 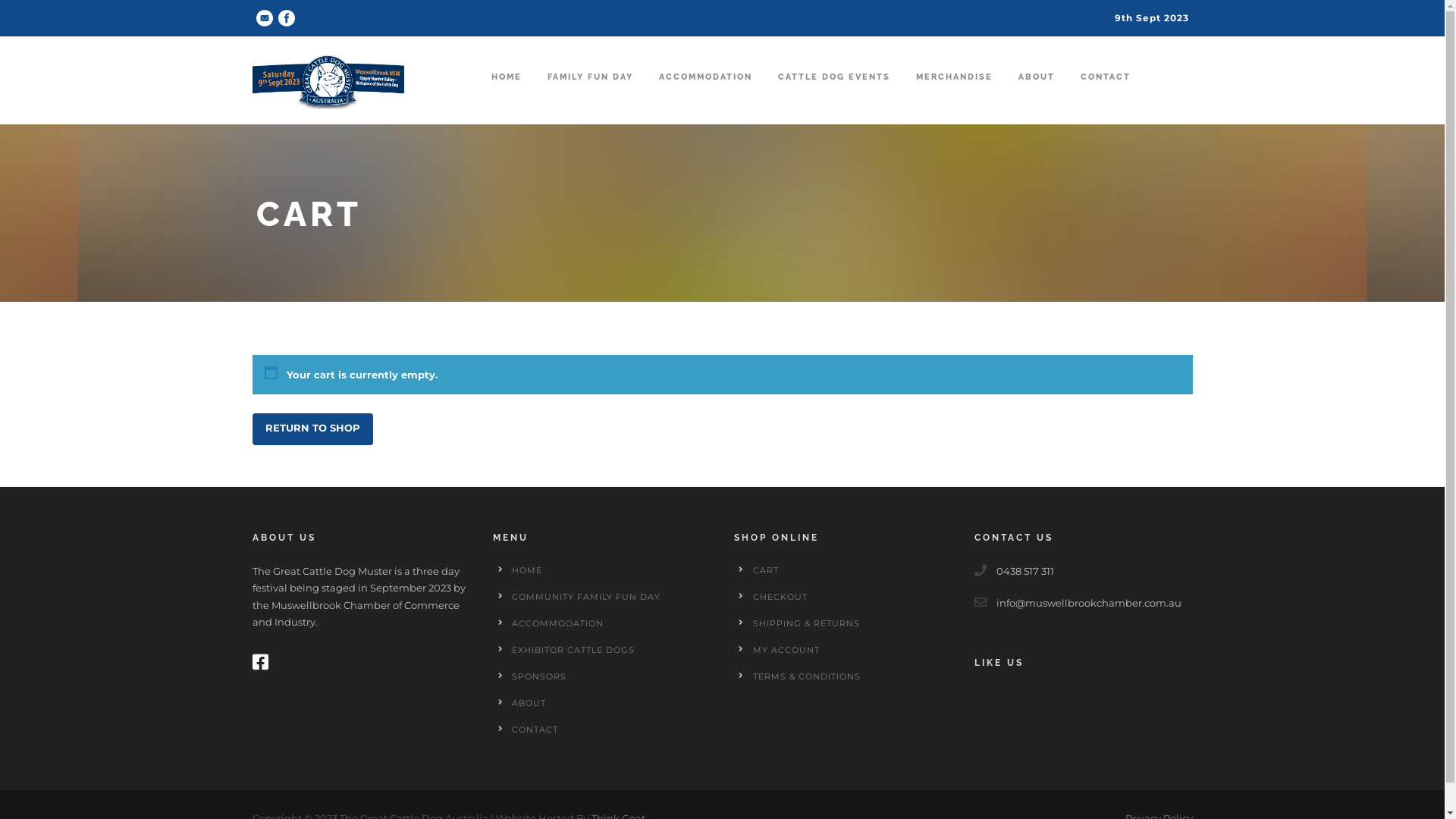 What do you see at coordinates (311, 429) in the screenshot?
I see `'RETURN TO SHOP'` at bounding box center [311, 429].